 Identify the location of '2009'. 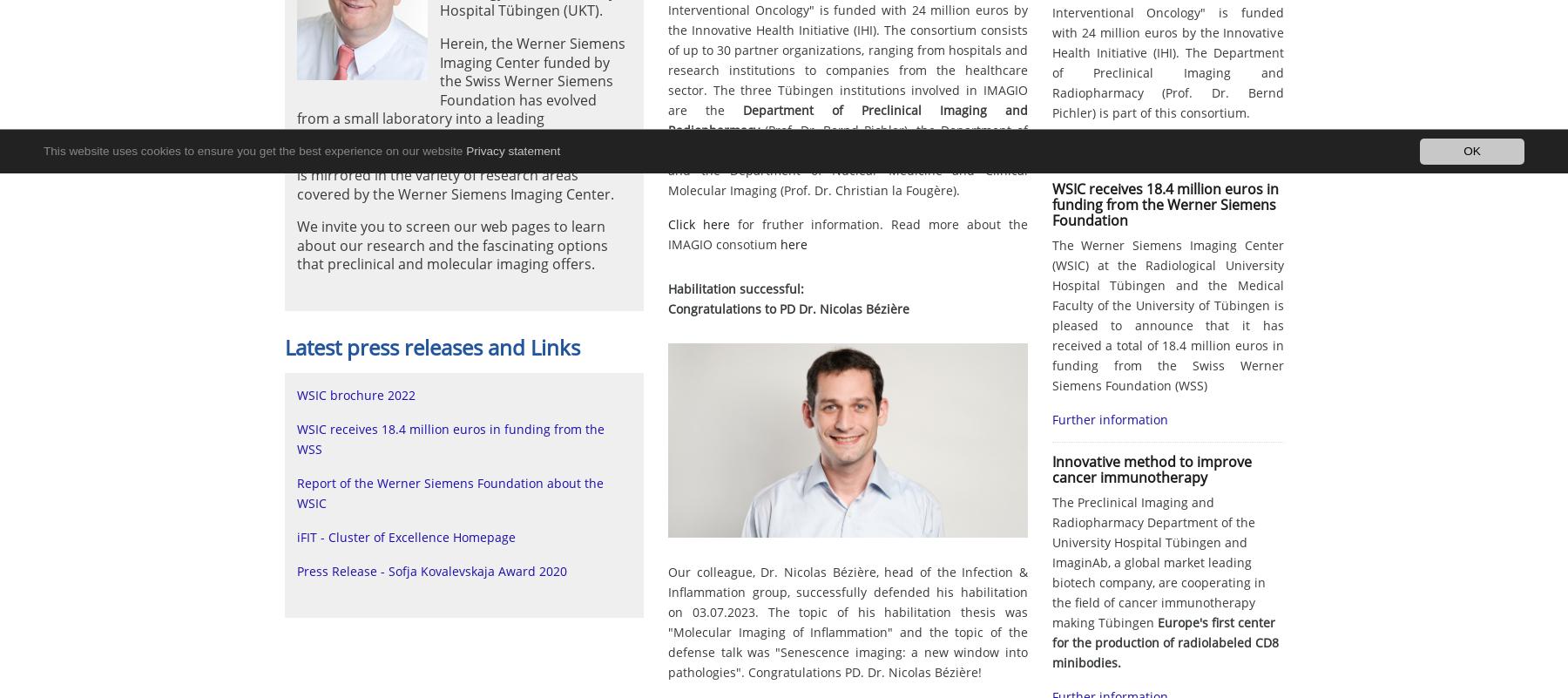
(774, 66).